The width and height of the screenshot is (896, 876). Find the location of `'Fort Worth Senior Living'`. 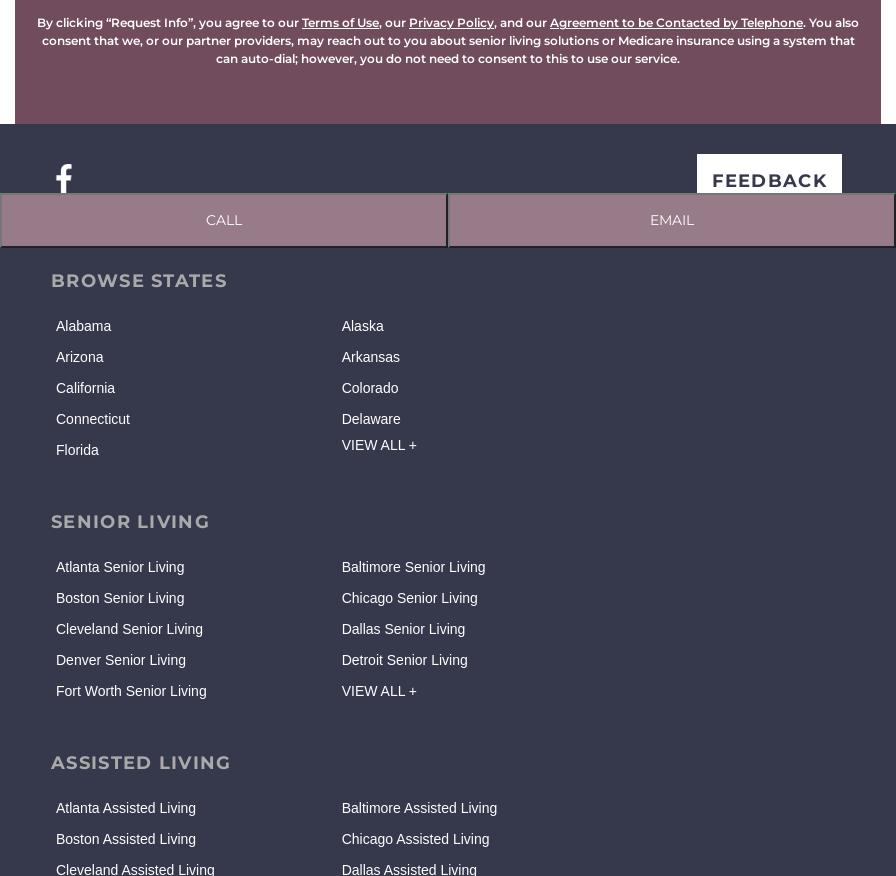

'Fort Worth Senior Living' is located at coordinates (130, 689).